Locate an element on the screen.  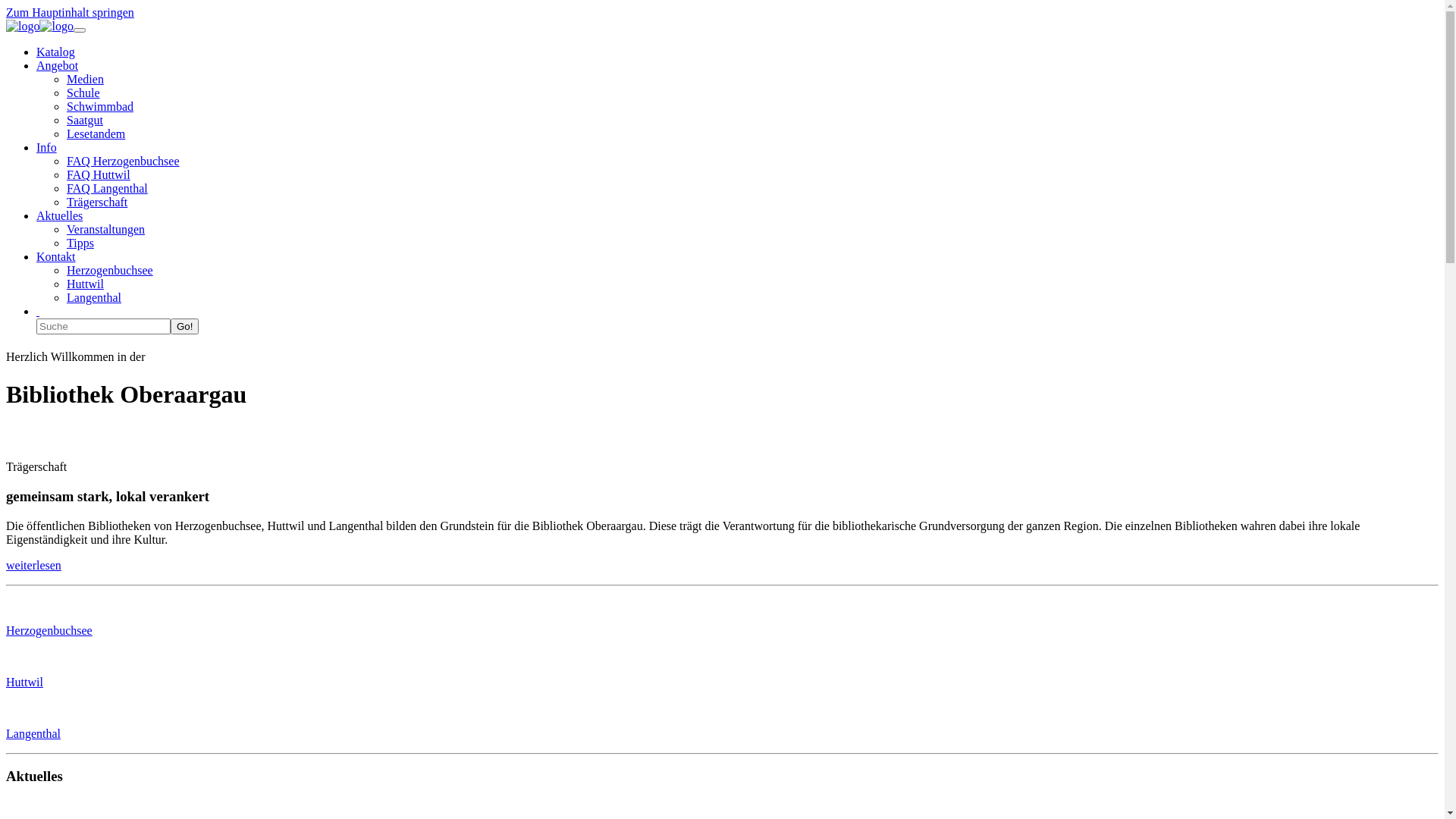
'FAQ Langenthal' is located at coordinates (106, 187).